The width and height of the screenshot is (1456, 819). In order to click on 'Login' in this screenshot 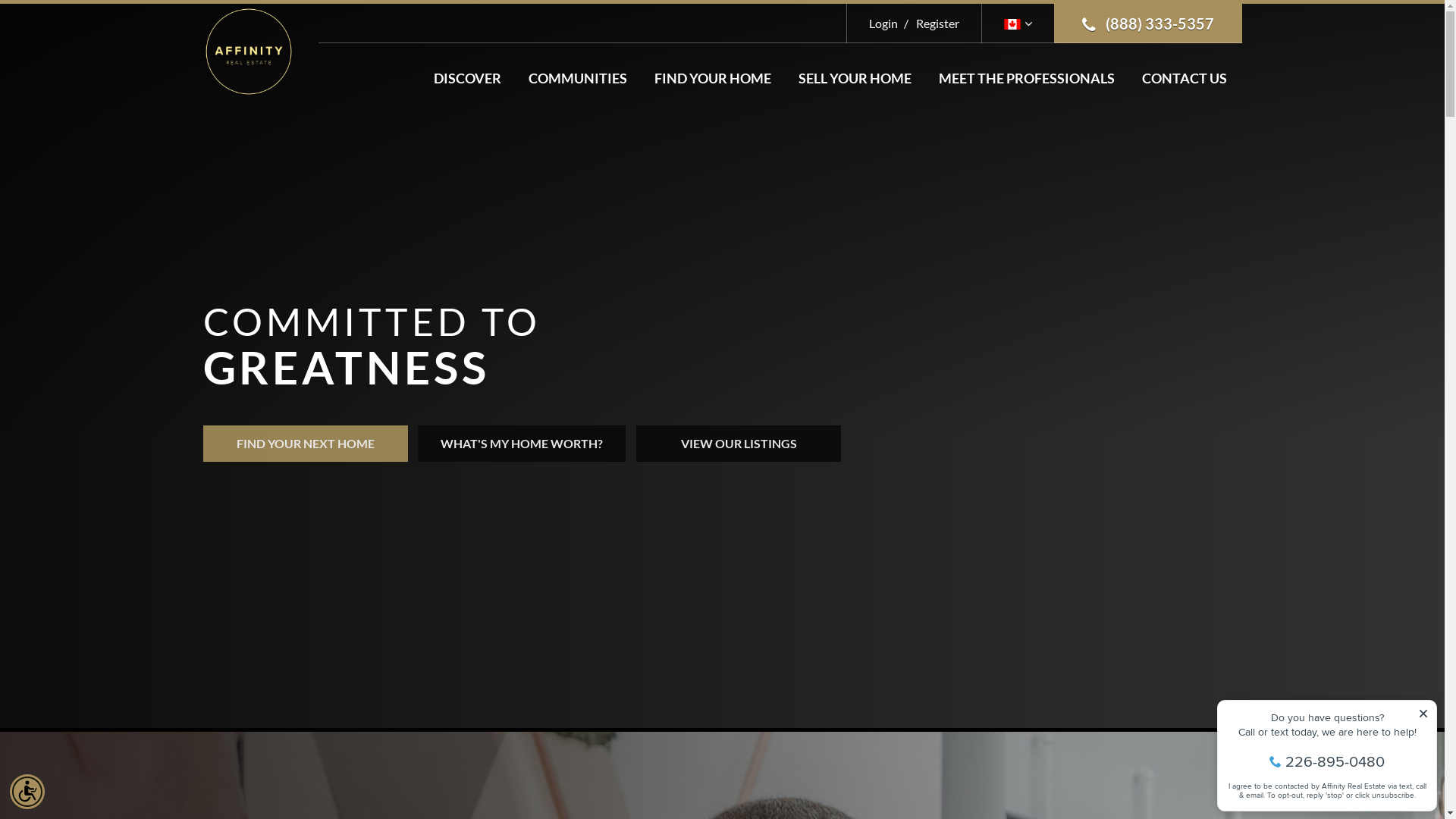, I will do `click(883, 23)`.